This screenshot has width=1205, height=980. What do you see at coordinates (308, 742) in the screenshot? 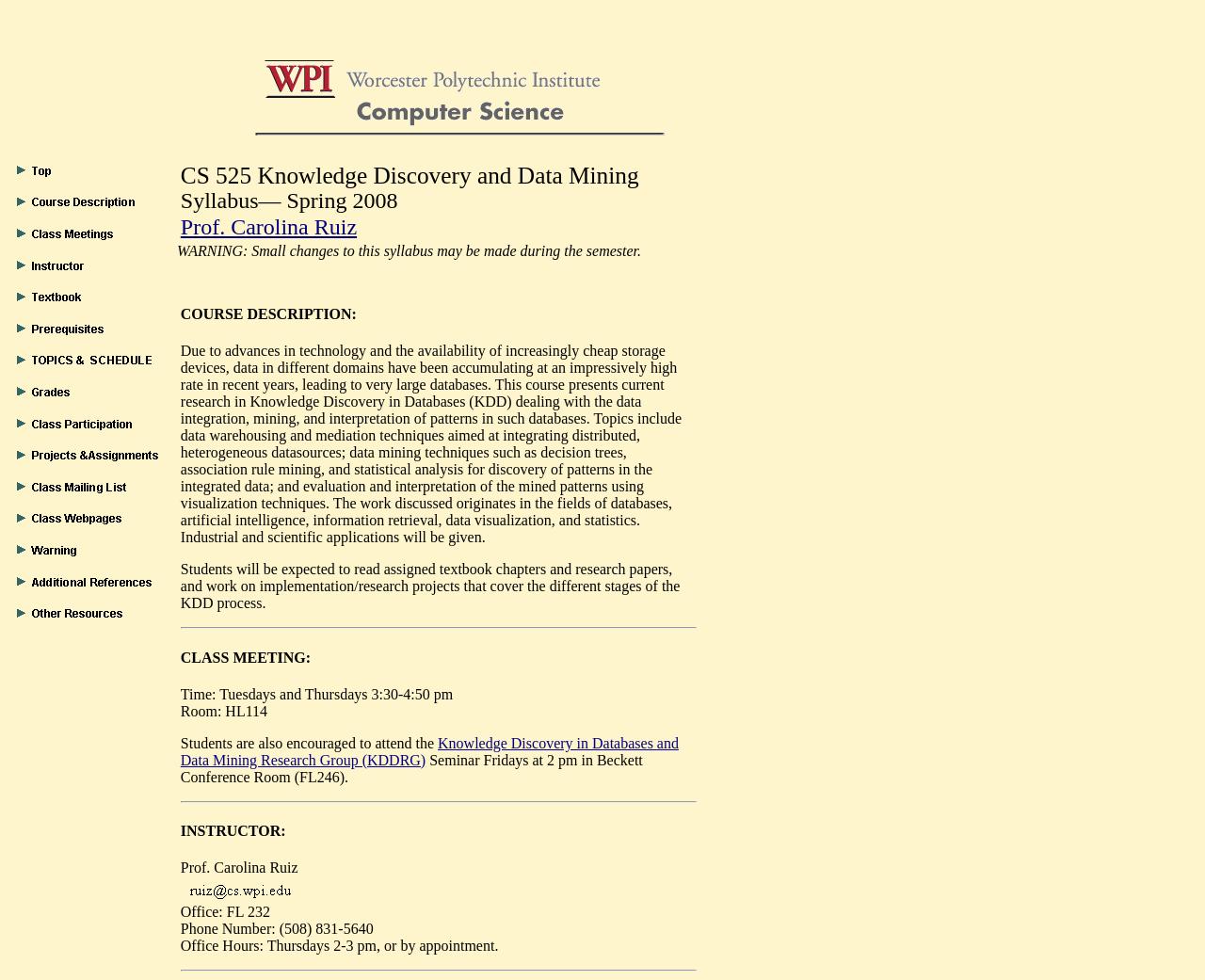
I see `'Students are also encouraged to attend the'` at bounding box center [308, 742].